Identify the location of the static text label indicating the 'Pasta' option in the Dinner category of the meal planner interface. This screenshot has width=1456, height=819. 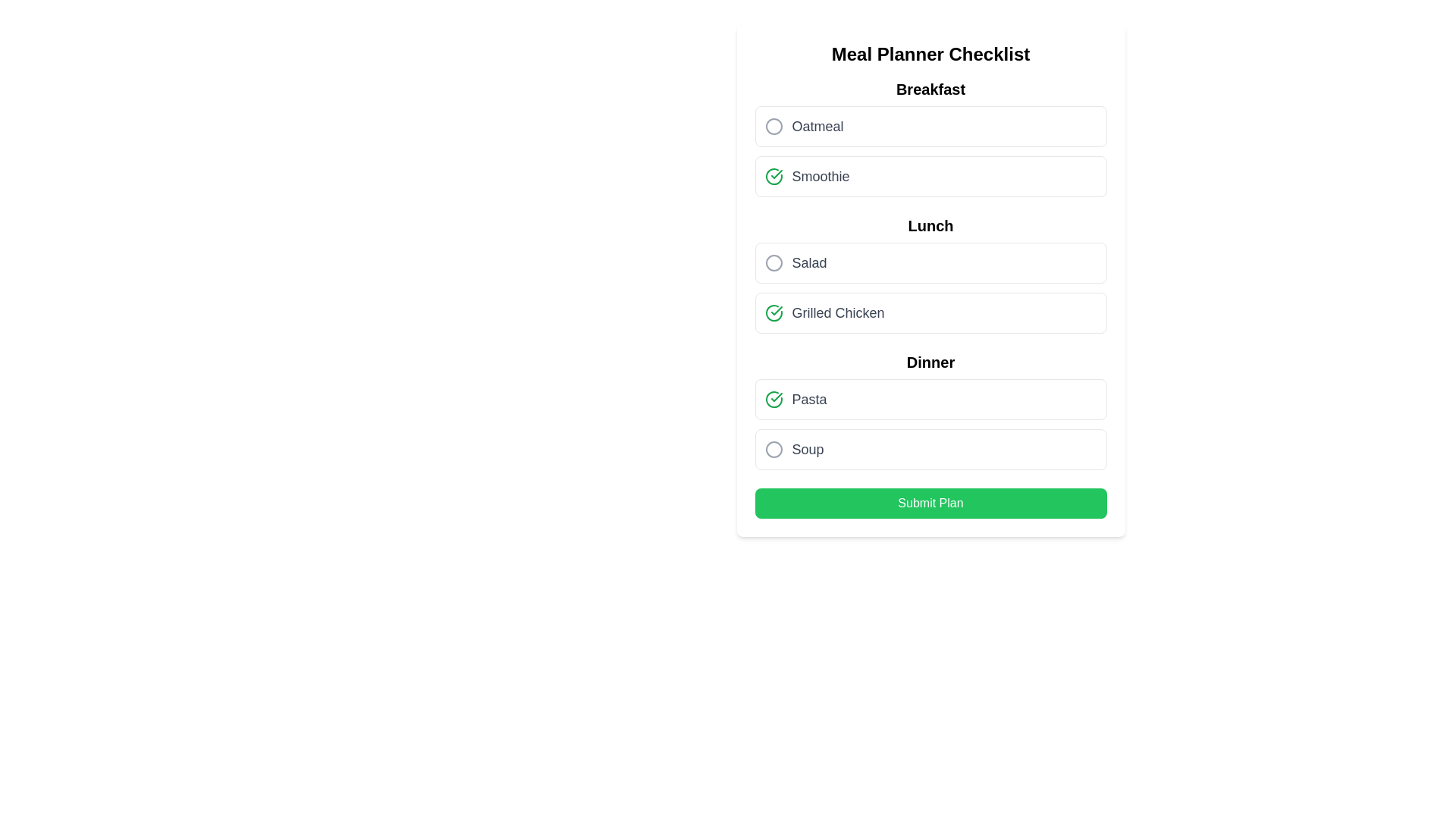
(808, 399).